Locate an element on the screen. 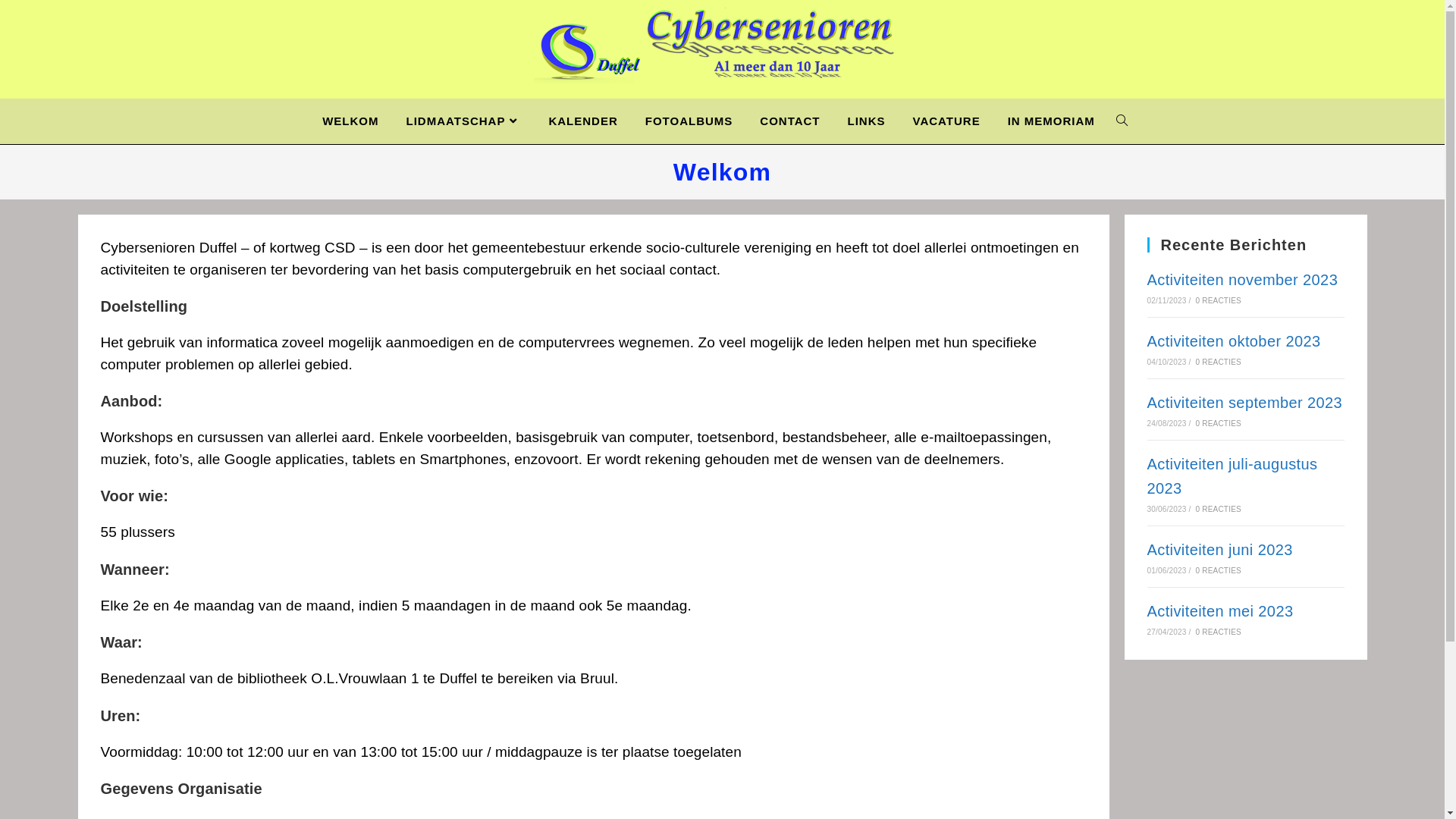 This screenshot has width=1456, height=819. '0 REACTIES' is located at coordinates (1195, 362).